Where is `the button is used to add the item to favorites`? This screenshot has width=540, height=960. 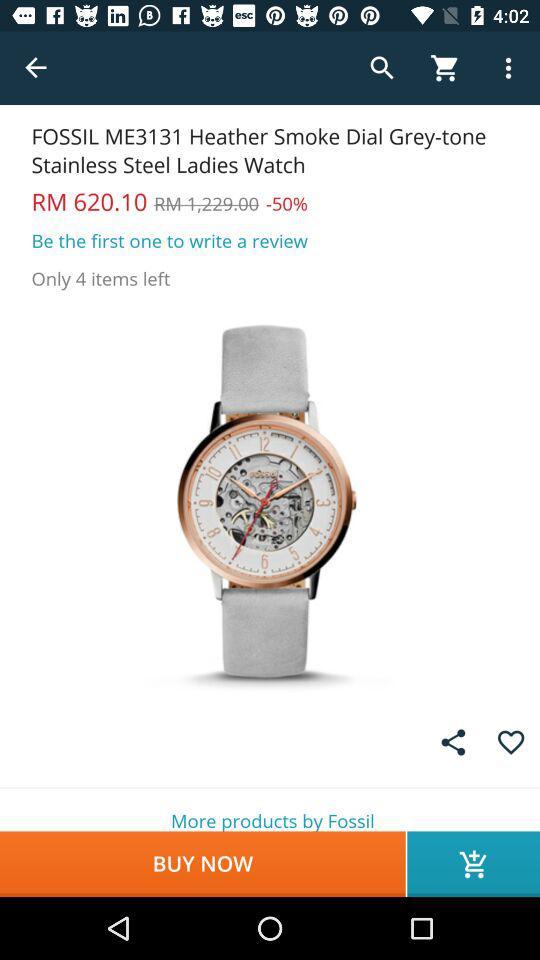
the button is used to add the item to favorites is located at coordinates (511, 741).